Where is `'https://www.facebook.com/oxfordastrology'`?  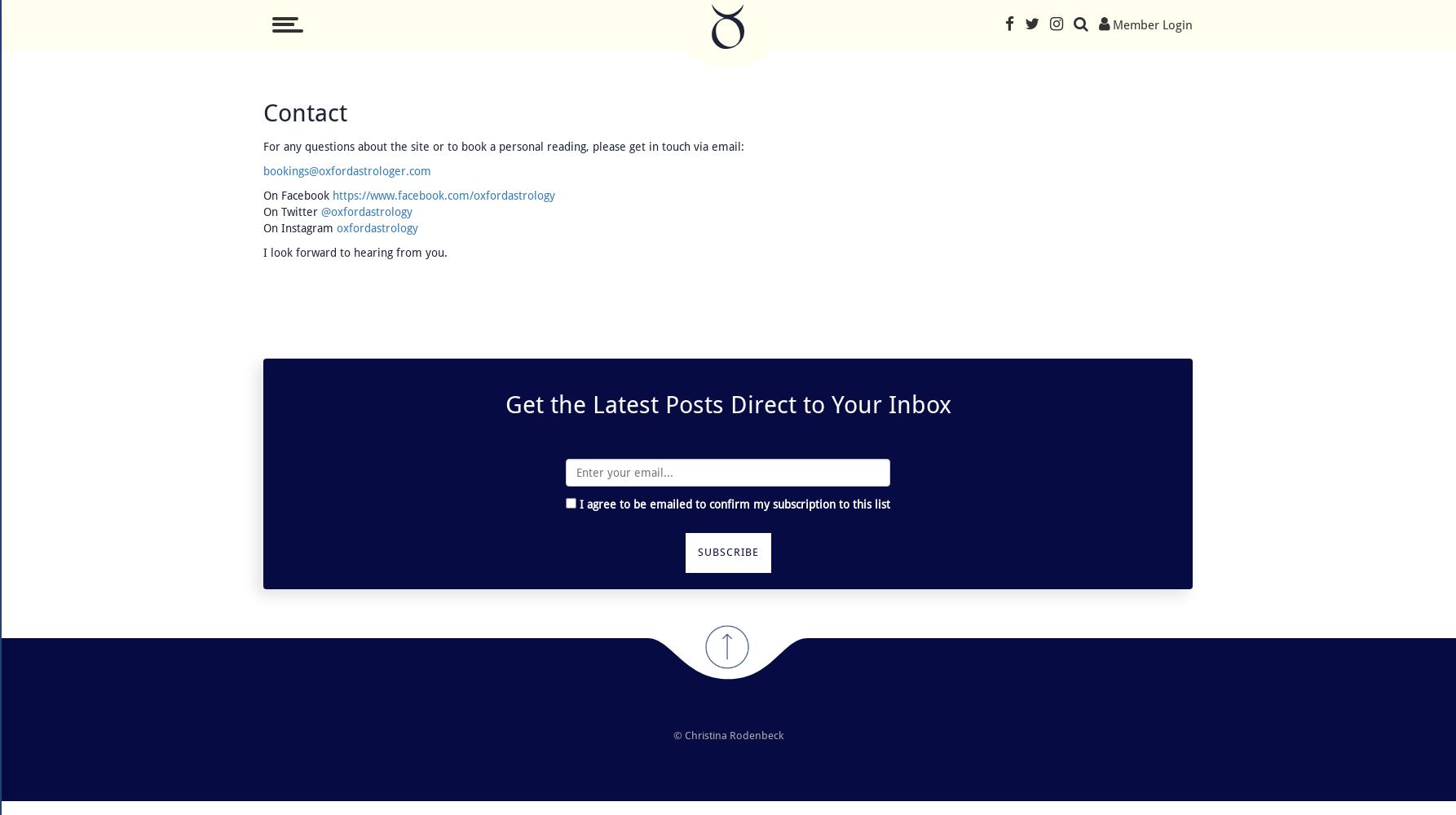
'https://www.facebook.com/oxfordastrology' is located at coordinates (443, 195).